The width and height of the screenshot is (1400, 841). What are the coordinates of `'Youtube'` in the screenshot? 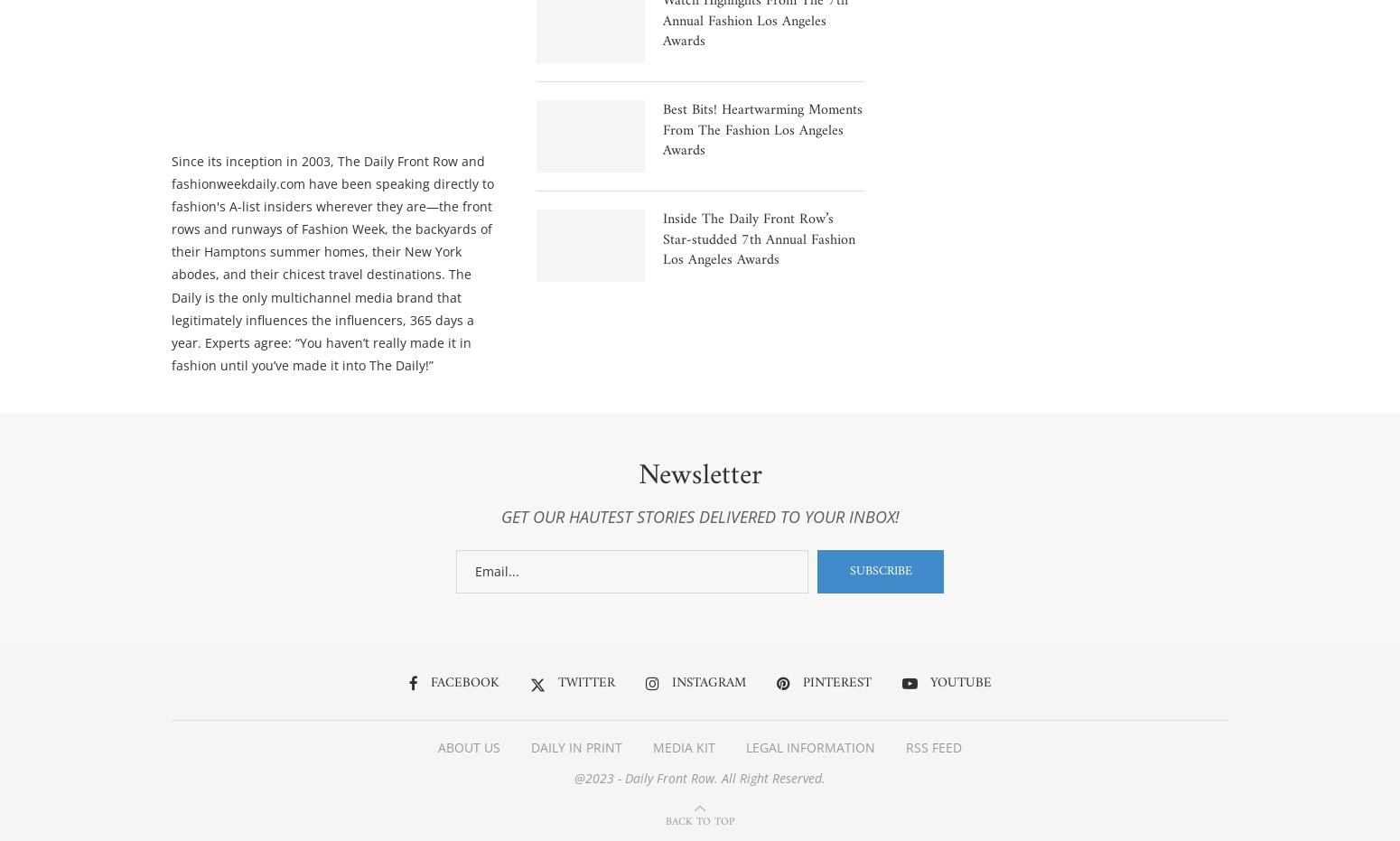 It's located at (929, 686).